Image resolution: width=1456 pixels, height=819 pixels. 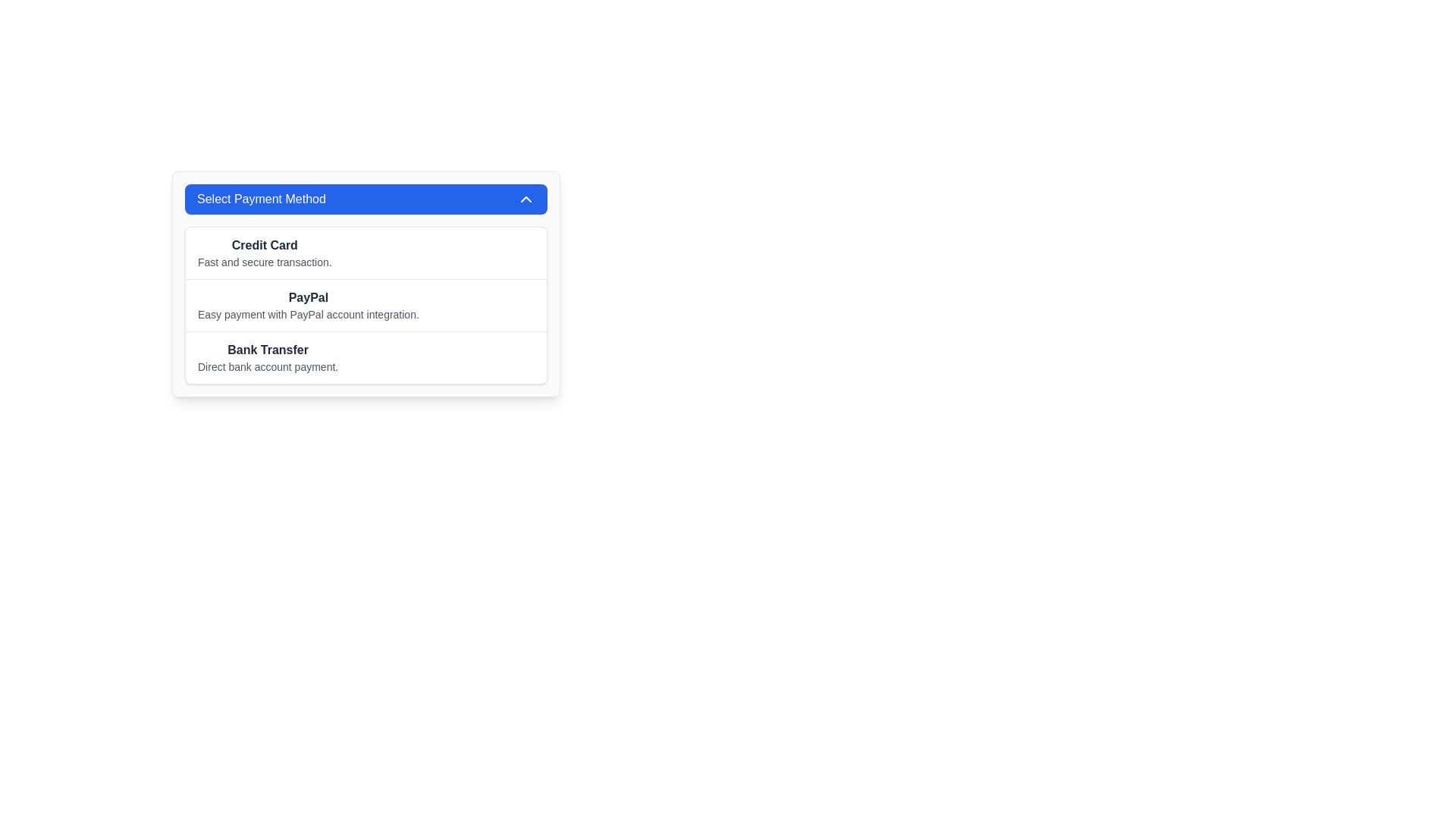 What do you see at coordinates (268, 357) in the screenshot?
I see `the List Item titled 'Bank Transfer' with the description 'Direct bank account payment.'` at bounding box center [268, 357].